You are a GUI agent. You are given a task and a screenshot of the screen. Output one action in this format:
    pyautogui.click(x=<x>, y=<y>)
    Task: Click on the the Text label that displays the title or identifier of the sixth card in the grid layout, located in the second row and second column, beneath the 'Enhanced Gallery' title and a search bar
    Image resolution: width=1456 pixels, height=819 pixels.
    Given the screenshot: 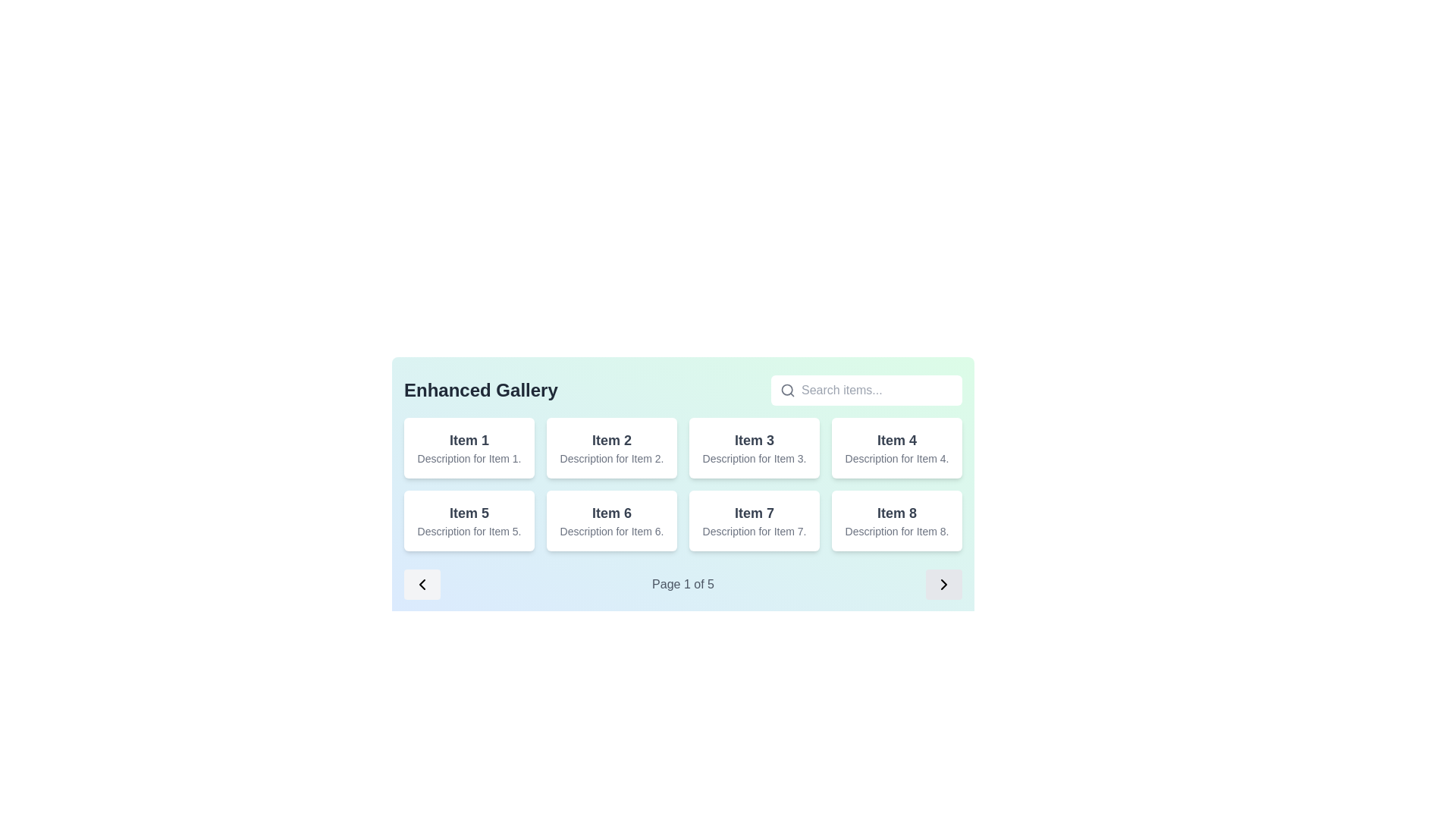 What is the action you would take?
    pyautogui.click(x=611, y=513)
    